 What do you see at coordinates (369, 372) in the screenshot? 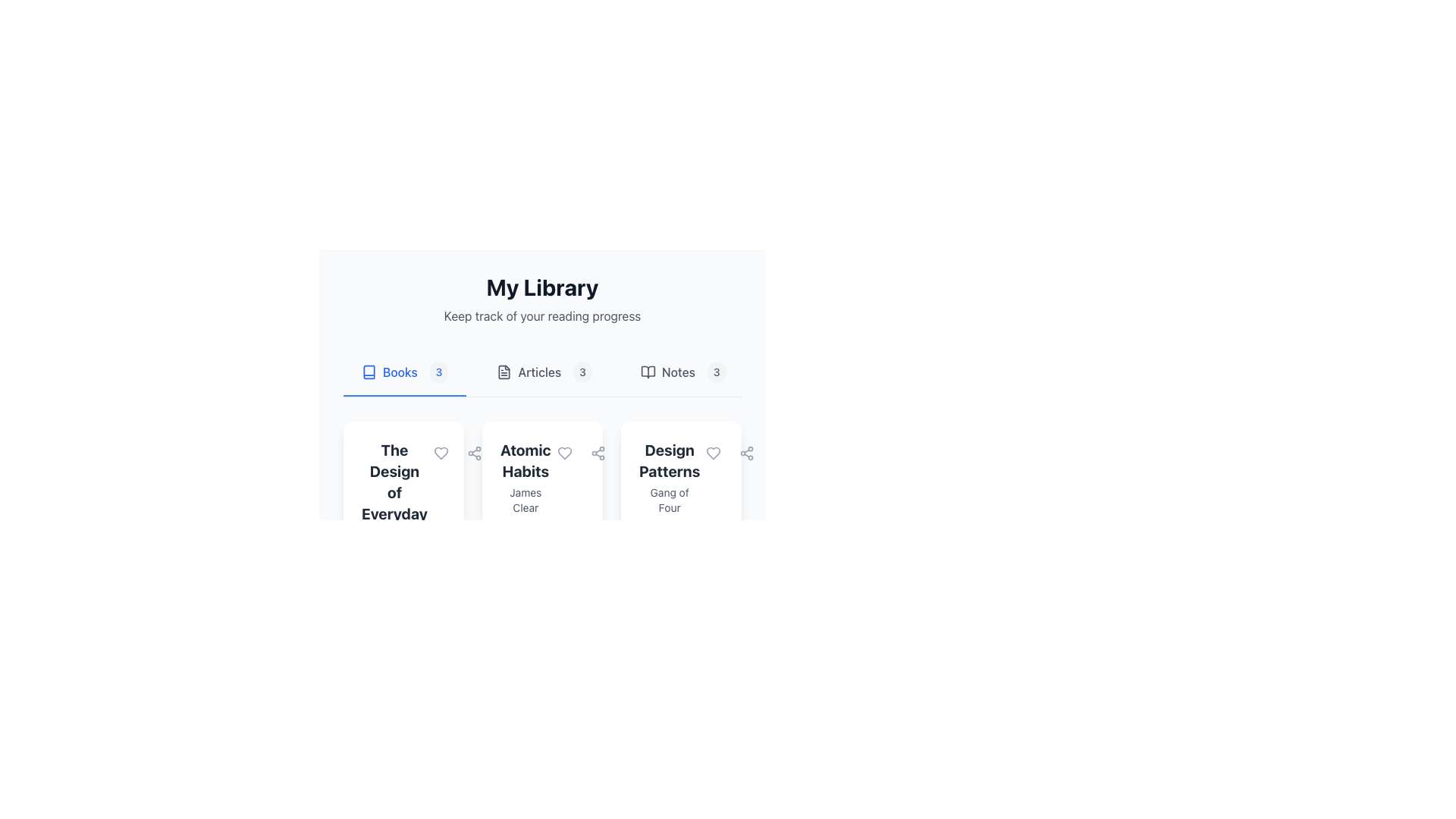
I see `the decorative graphic icon representing the 'Books' section in the library interface, located near the top-left quadrant adjacent to the 'Books' label` at bounding box center [369, 372].